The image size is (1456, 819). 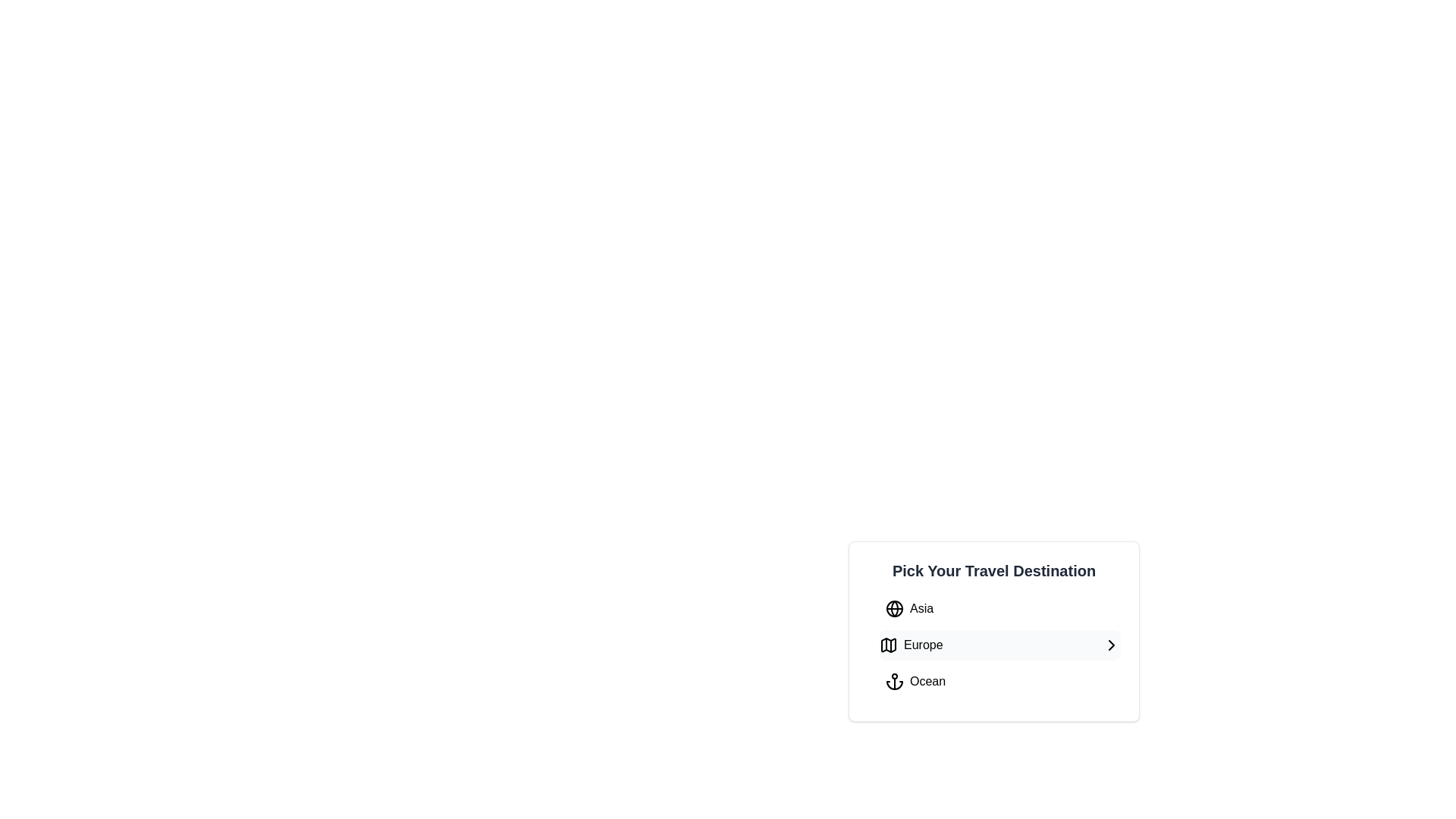 I want to click on the first interactive list item labeled 'Asia' in the 'Pick Your Travel Destination' selection area, so click(x=909, y=607).